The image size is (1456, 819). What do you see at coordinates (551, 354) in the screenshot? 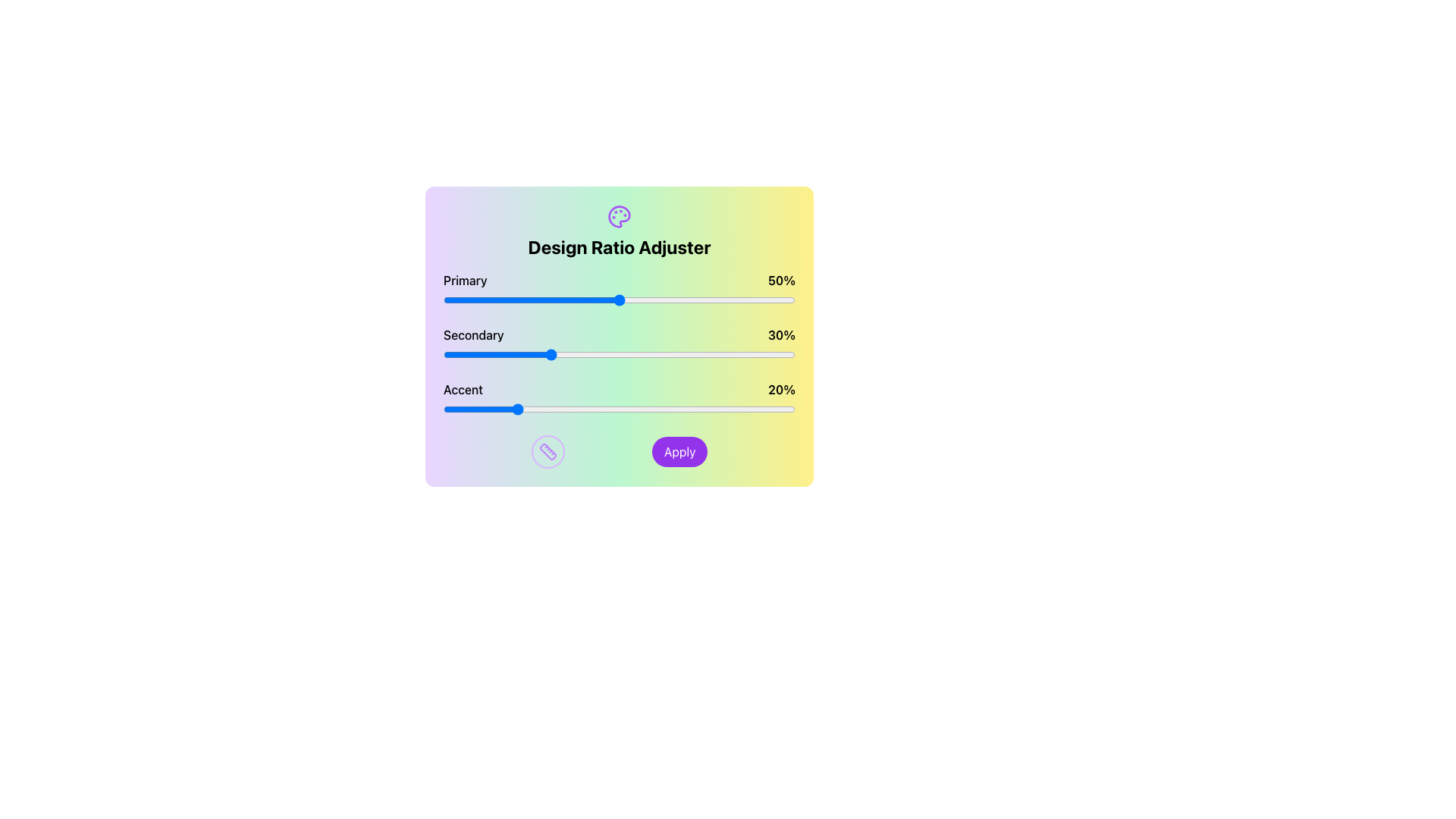
I see `the slider` at bounding box center [551, 354].